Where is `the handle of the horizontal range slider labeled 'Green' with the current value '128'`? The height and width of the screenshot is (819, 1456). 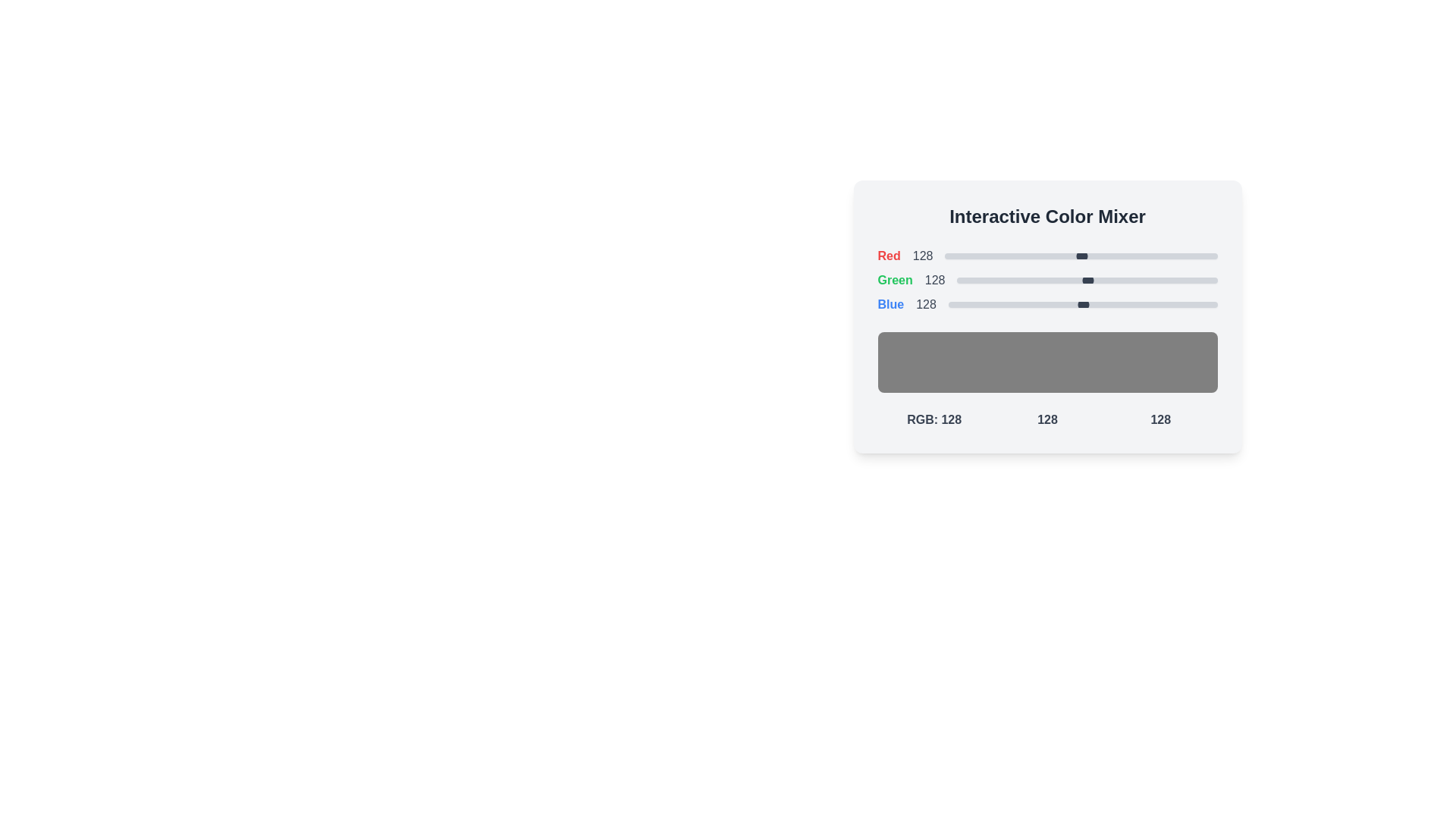 the handle of the horizontal range slider labeled 'Green' with the current value '128' is located at coordinates (1087, 281).